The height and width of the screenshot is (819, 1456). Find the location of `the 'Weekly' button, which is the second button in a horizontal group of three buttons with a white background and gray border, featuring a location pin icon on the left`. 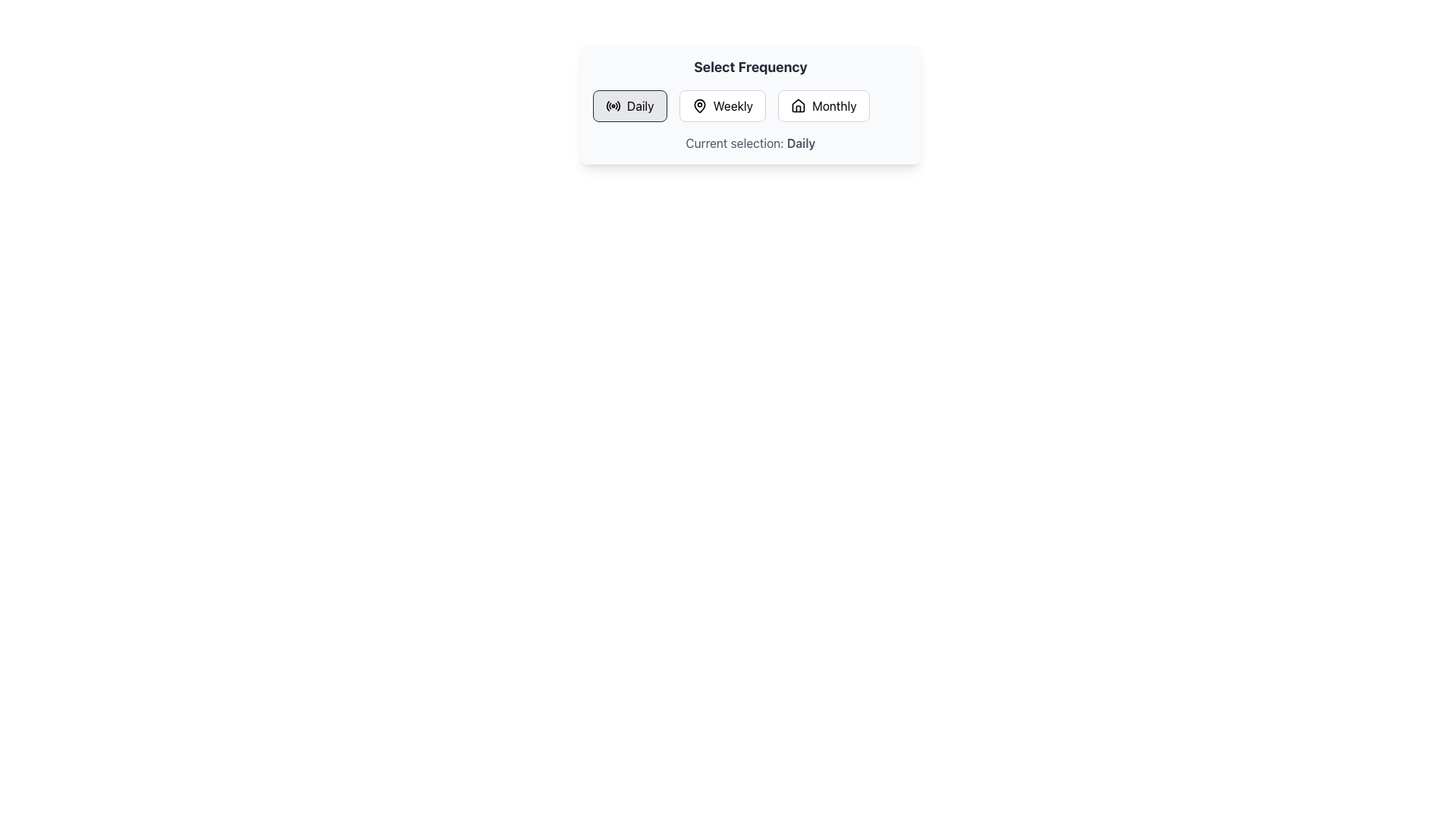

the 'Weekly' button, which is the second button in a horizontal group of three buttons with a white background and gray border, featuring a location pin icon on the left is located at coordinates (721, 105).